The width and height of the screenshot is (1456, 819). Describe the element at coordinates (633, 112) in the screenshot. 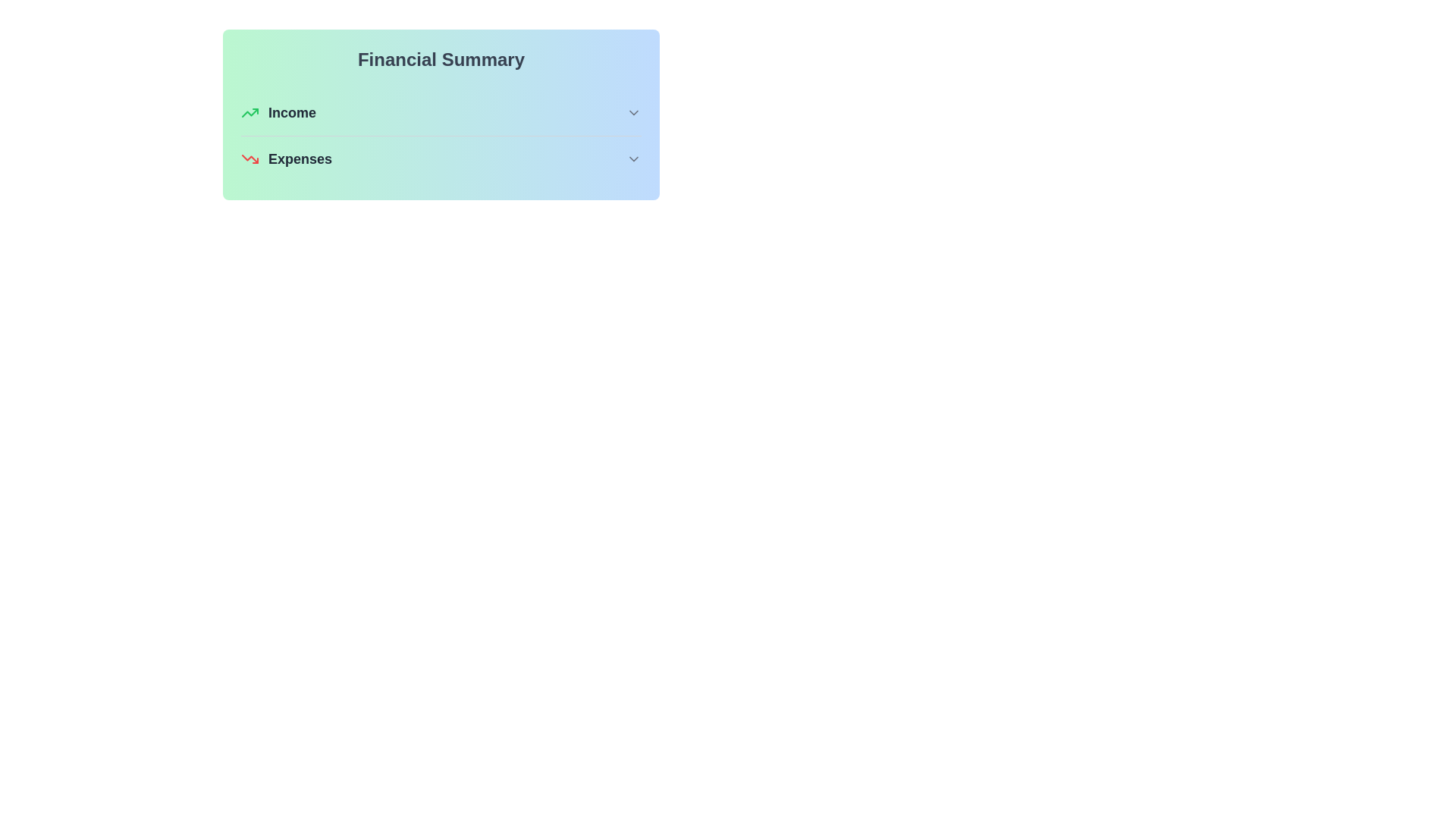

I see `the Chevron icon located on the far right side of the row containing the 'Income' label` at that location.